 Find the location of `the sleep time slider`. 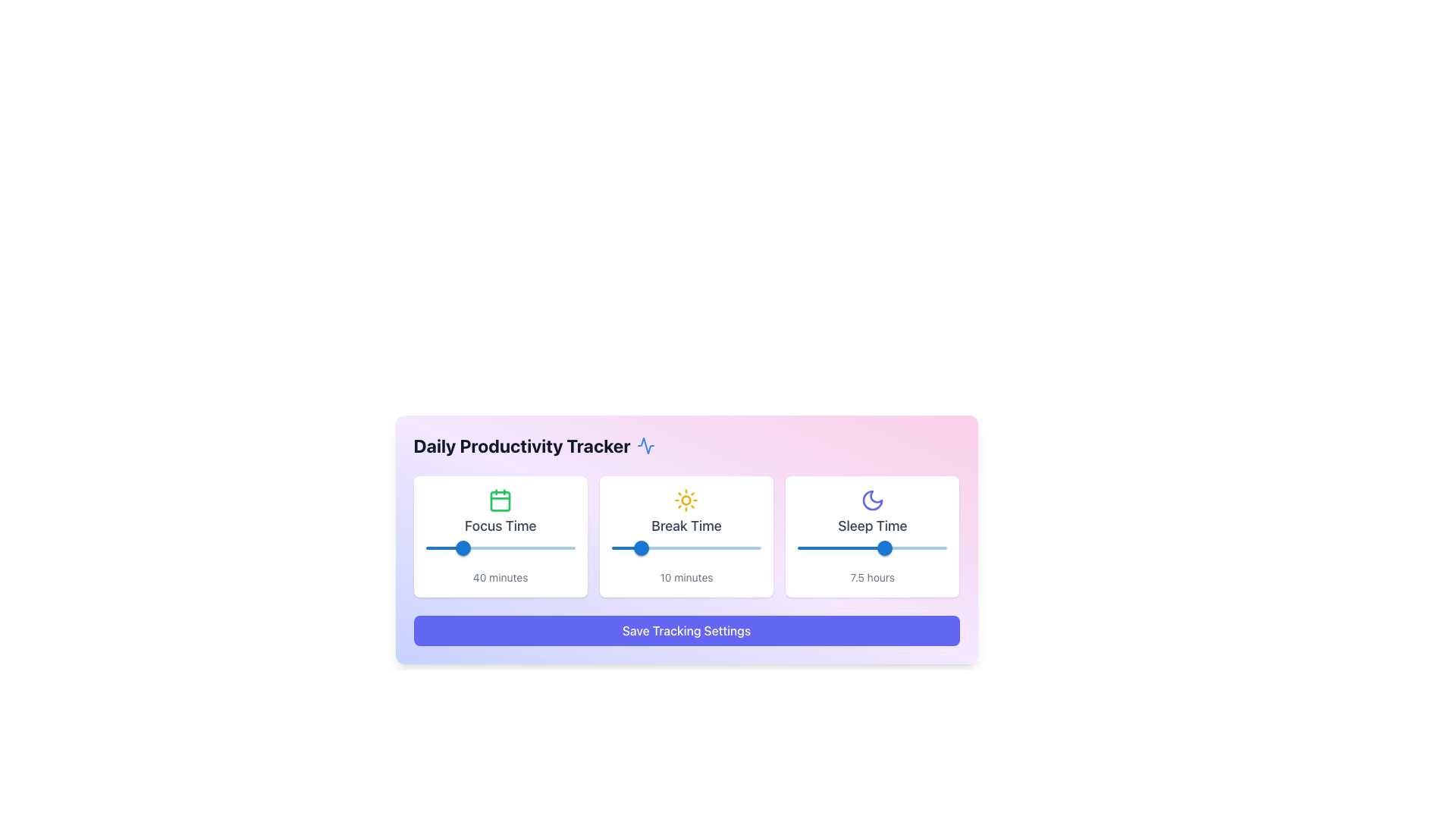

the sleep time slider is located at coordinates (860, 548).